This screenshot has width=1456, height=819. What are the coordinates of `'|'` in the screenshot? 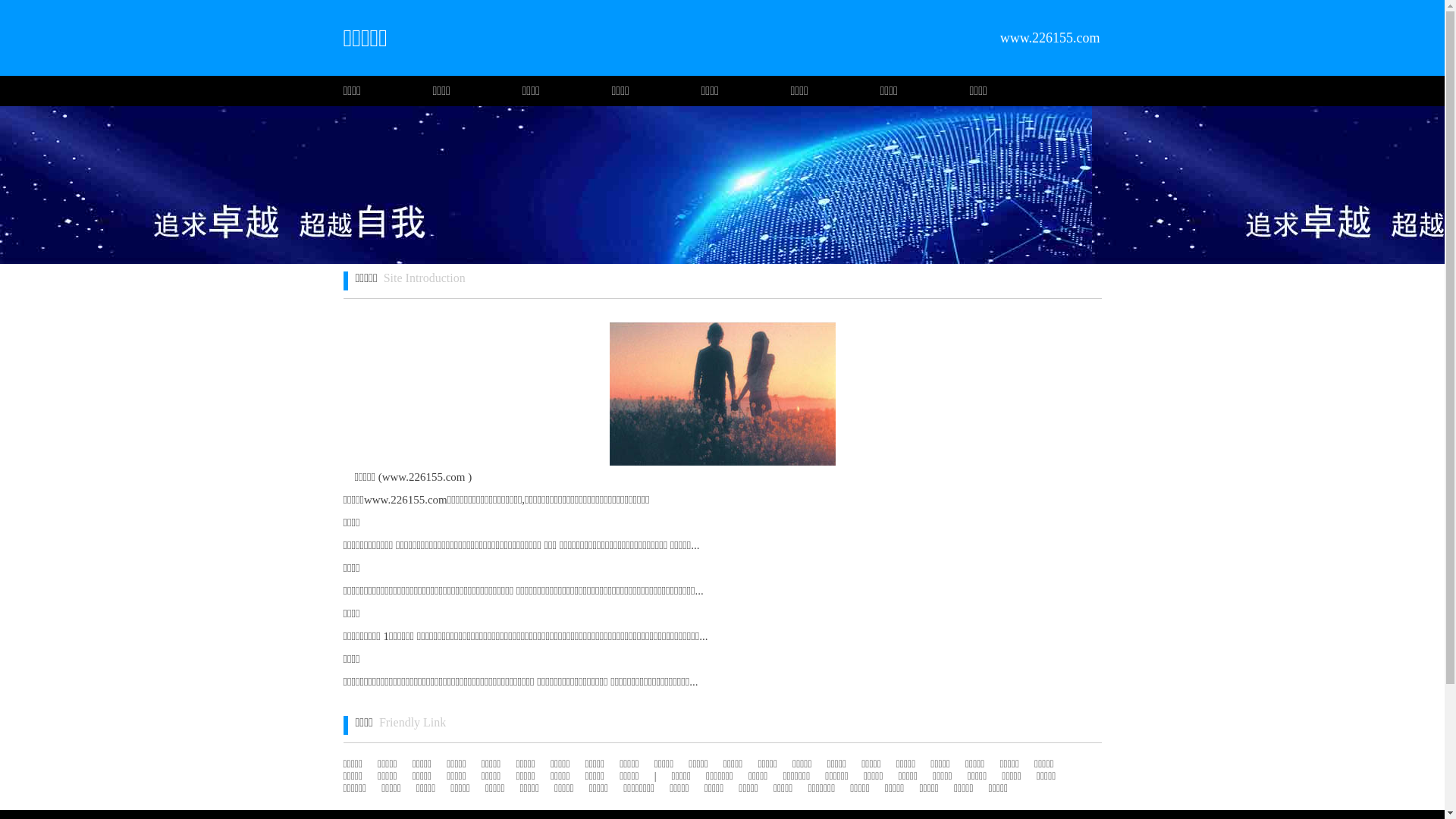 It's located at (655, 776).